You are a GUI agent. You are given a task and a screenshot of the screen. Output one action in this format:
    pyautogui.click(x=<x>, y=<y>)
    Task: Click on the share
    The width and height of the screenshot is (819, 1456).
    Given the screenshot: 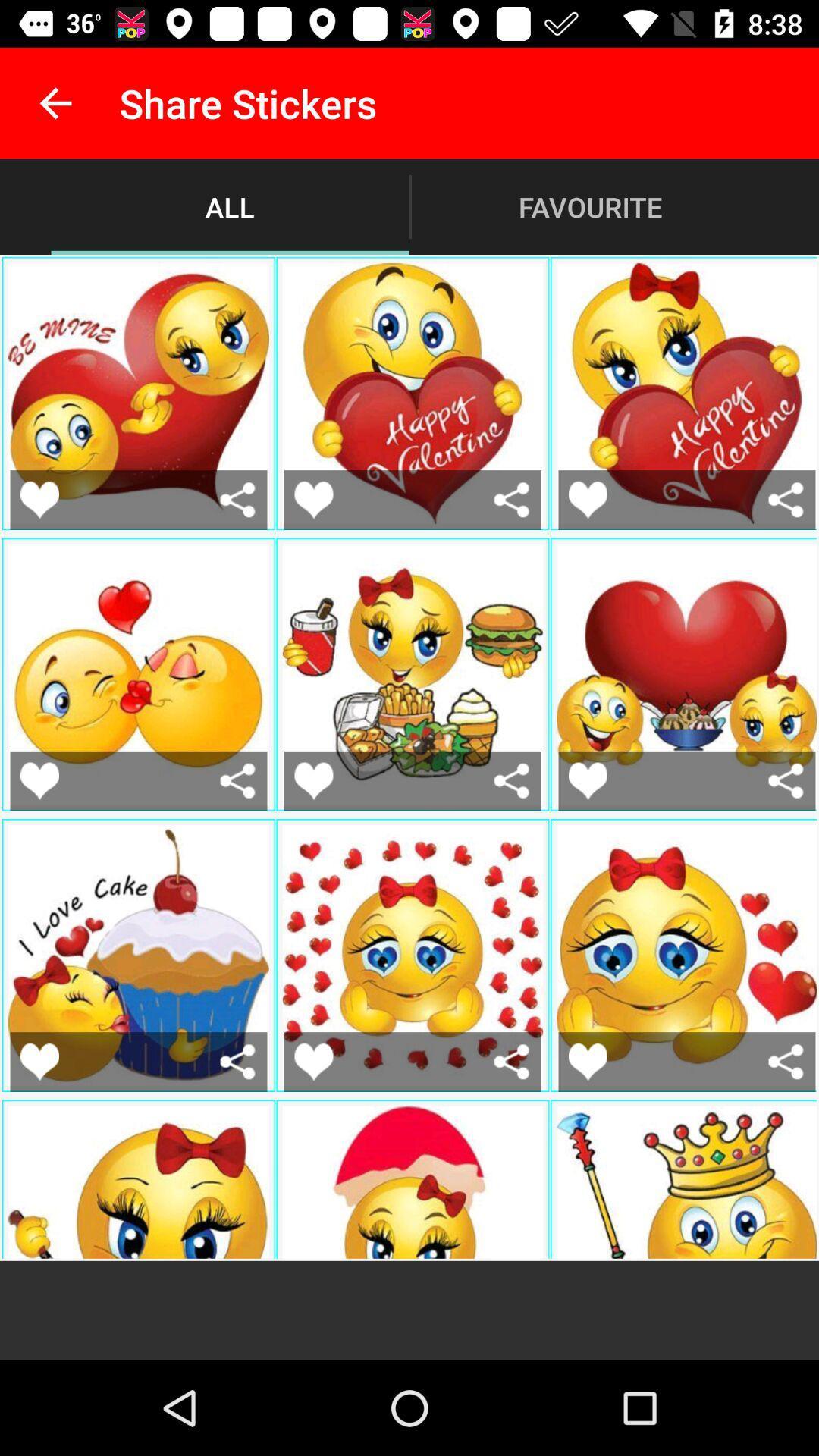 What is the action you would take?
    pyautogui.click(x=785, y=500)
    